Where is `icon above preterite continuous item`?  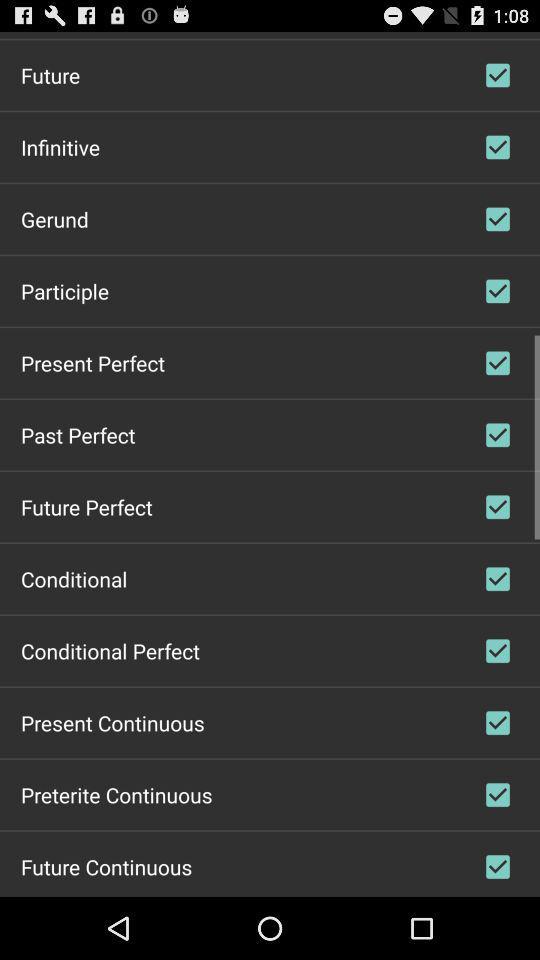 icon above preterite continuous item is located at coordinates (112, 721).